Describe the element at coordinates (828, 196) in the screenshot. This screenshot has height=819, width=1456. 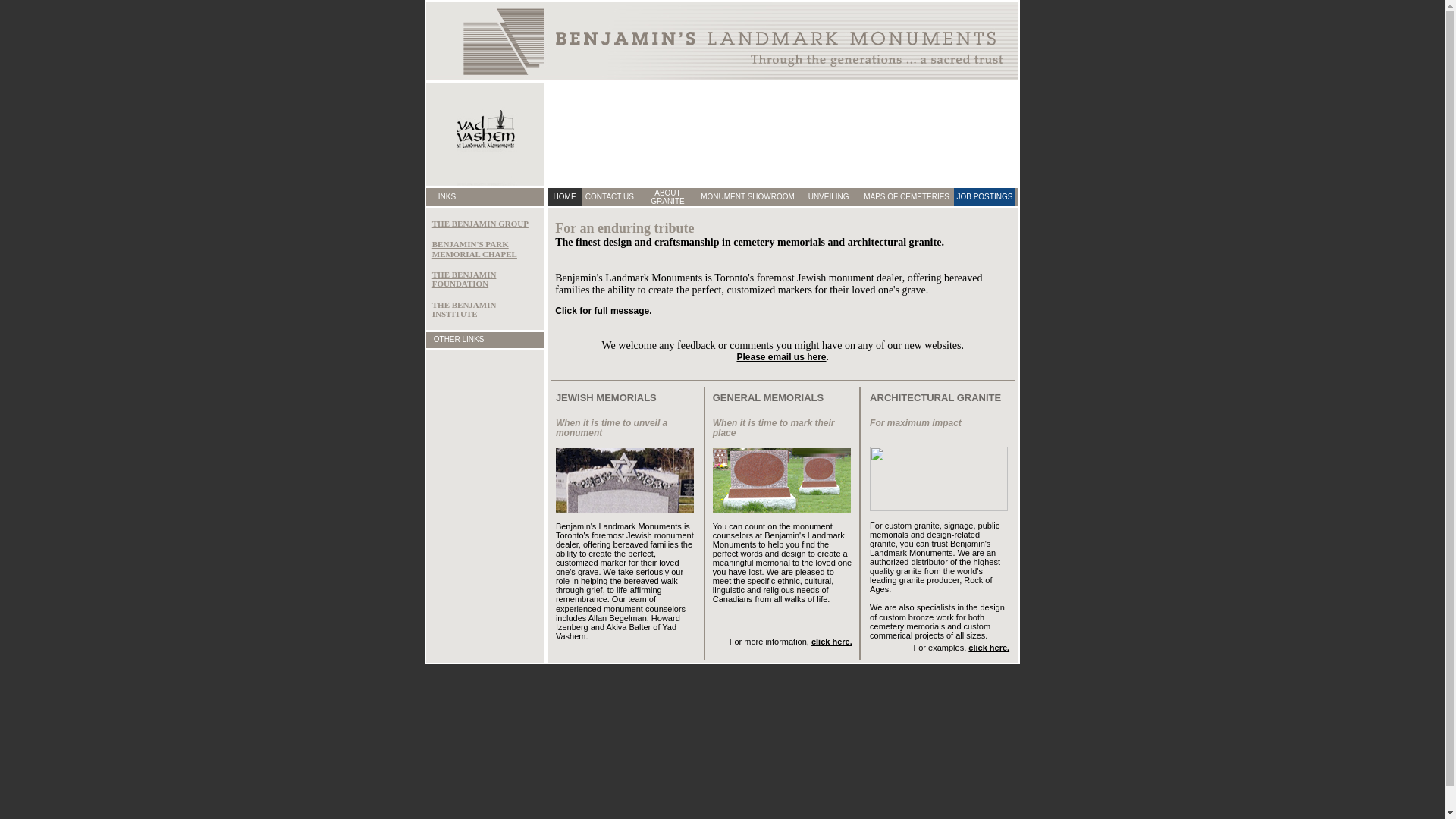
I see `'UNVEILING'` at that location.